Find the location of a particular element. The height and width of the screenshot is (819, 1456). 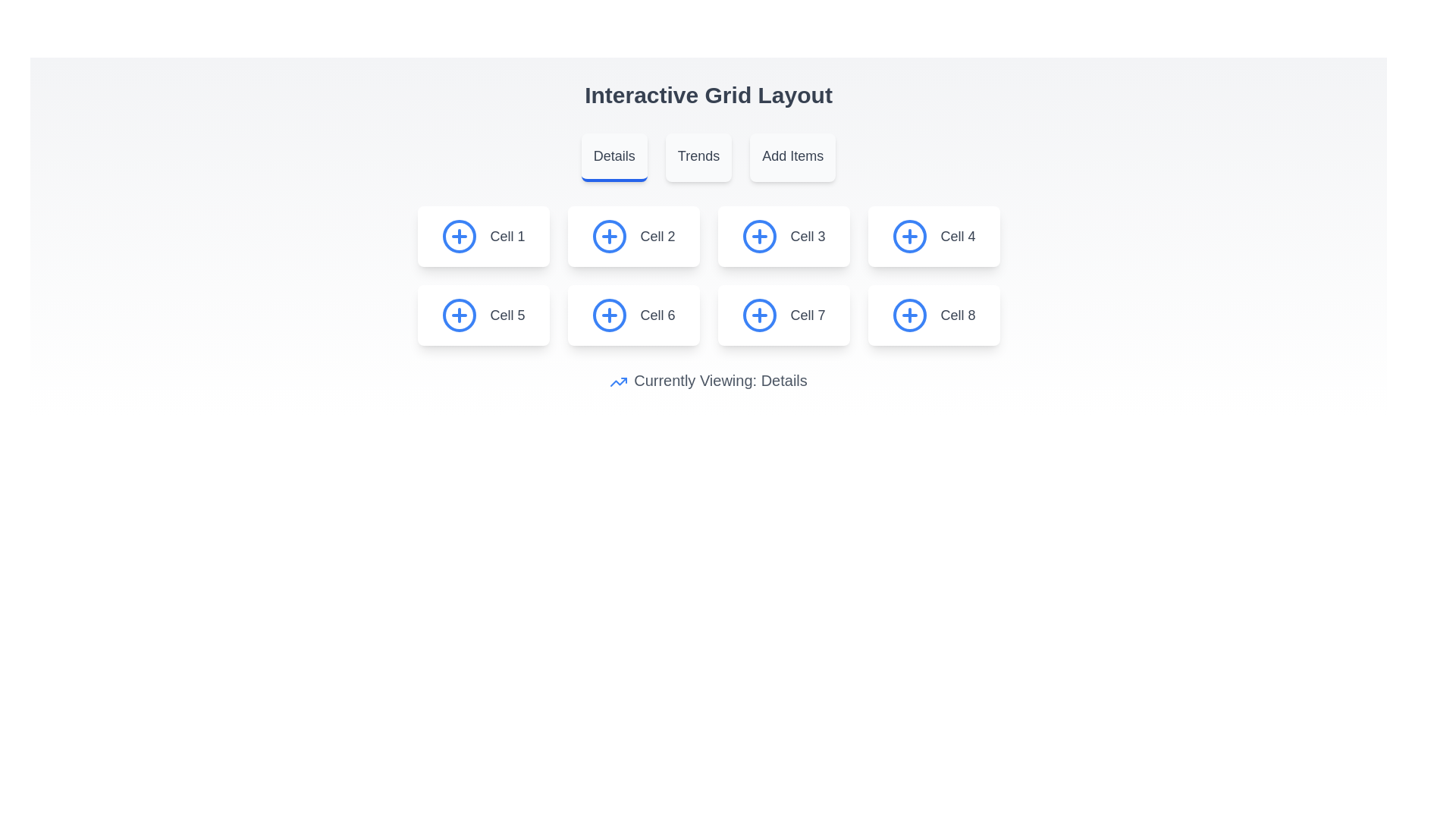

the interactive button located in 'Cell 7' of the grid layout is located at coordinates (760, 315).